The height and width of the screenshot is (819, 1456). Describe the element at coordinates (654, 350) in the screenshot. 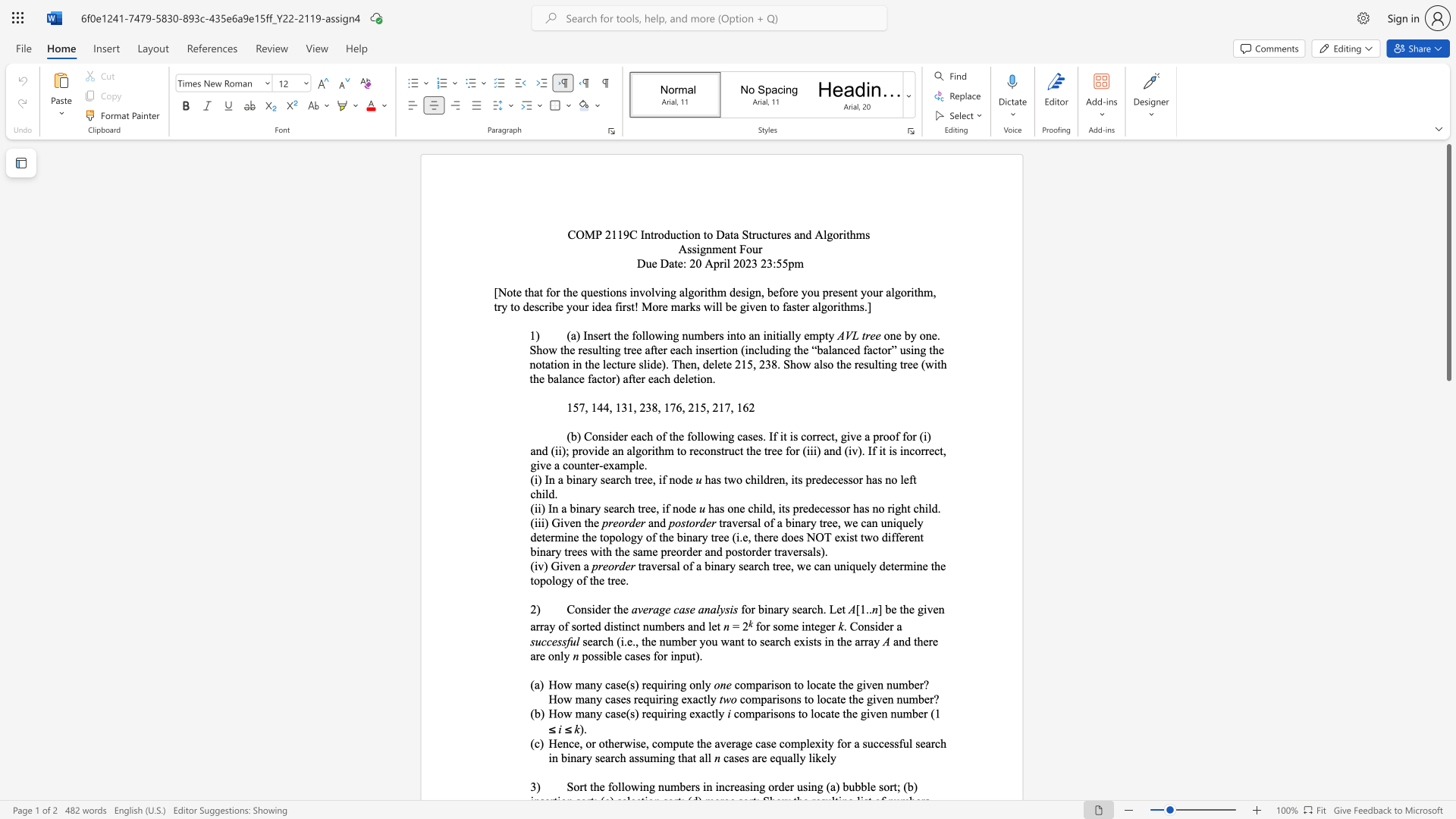

I see `the subset text "ter each insertion (including t" within the text "one by one. Show the resulting tree after each insertion (including the “balanced factor” using the notation in the lecture slide). Then, delete 215, 238. Show also the resulting tree (with the balance factor) after each deletion."` at that location.